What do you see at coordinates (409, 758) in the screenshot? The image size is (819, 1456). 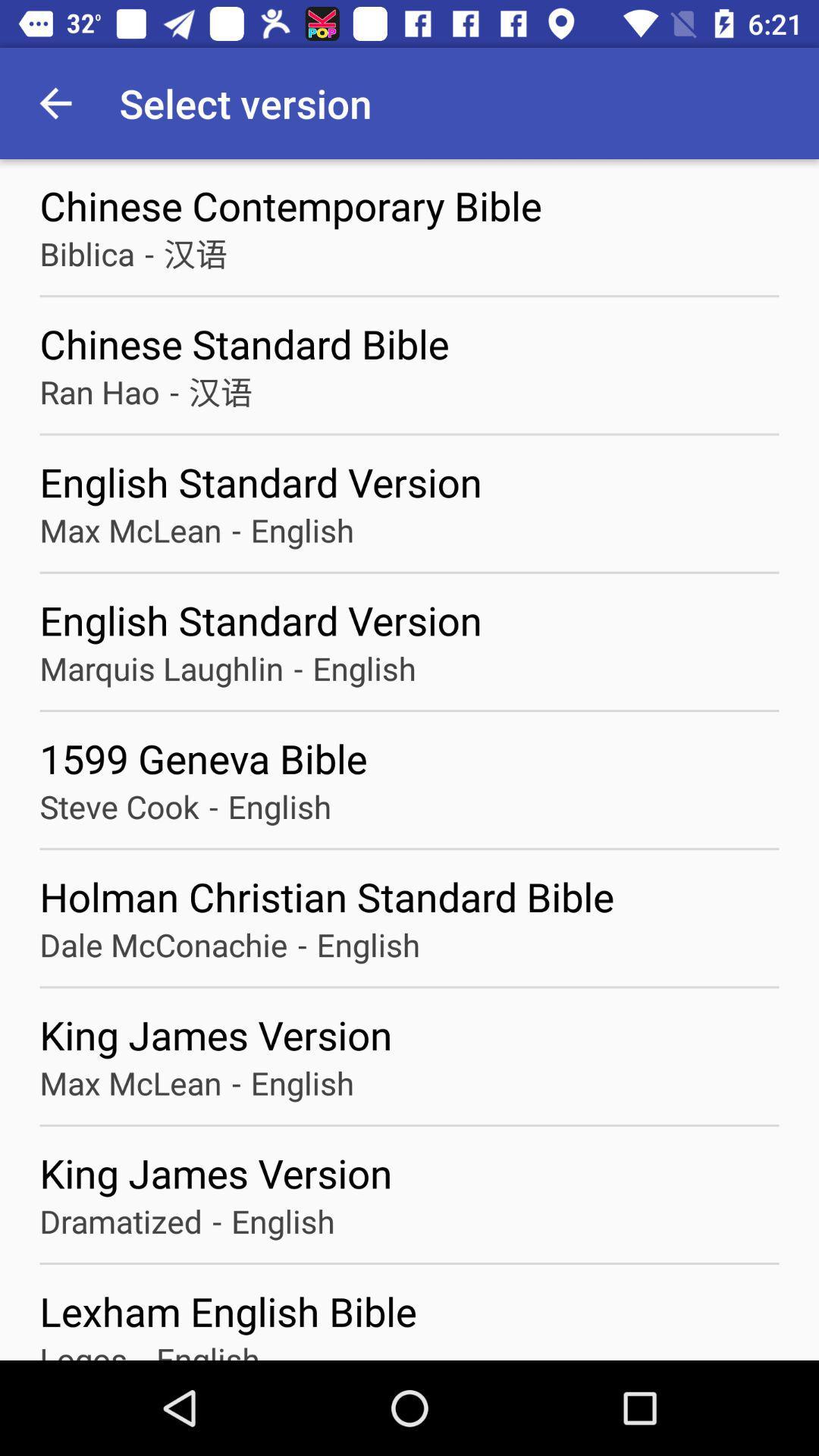 I see `1599 geneva bible` at bounding box center [409, 758].